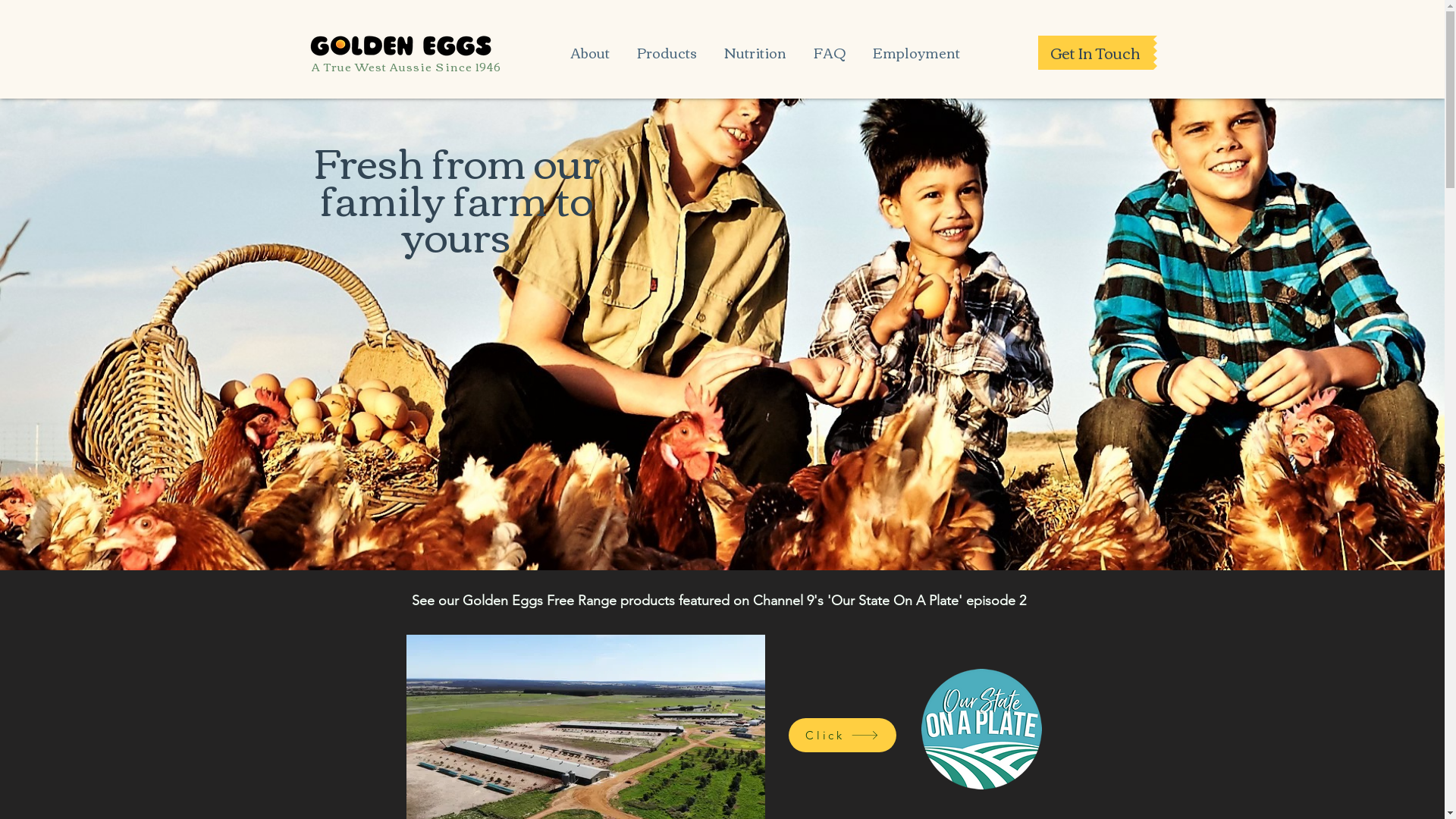  Describe the element at coordinates (588, 45) in the screenshot. I see `'About'` at that location.